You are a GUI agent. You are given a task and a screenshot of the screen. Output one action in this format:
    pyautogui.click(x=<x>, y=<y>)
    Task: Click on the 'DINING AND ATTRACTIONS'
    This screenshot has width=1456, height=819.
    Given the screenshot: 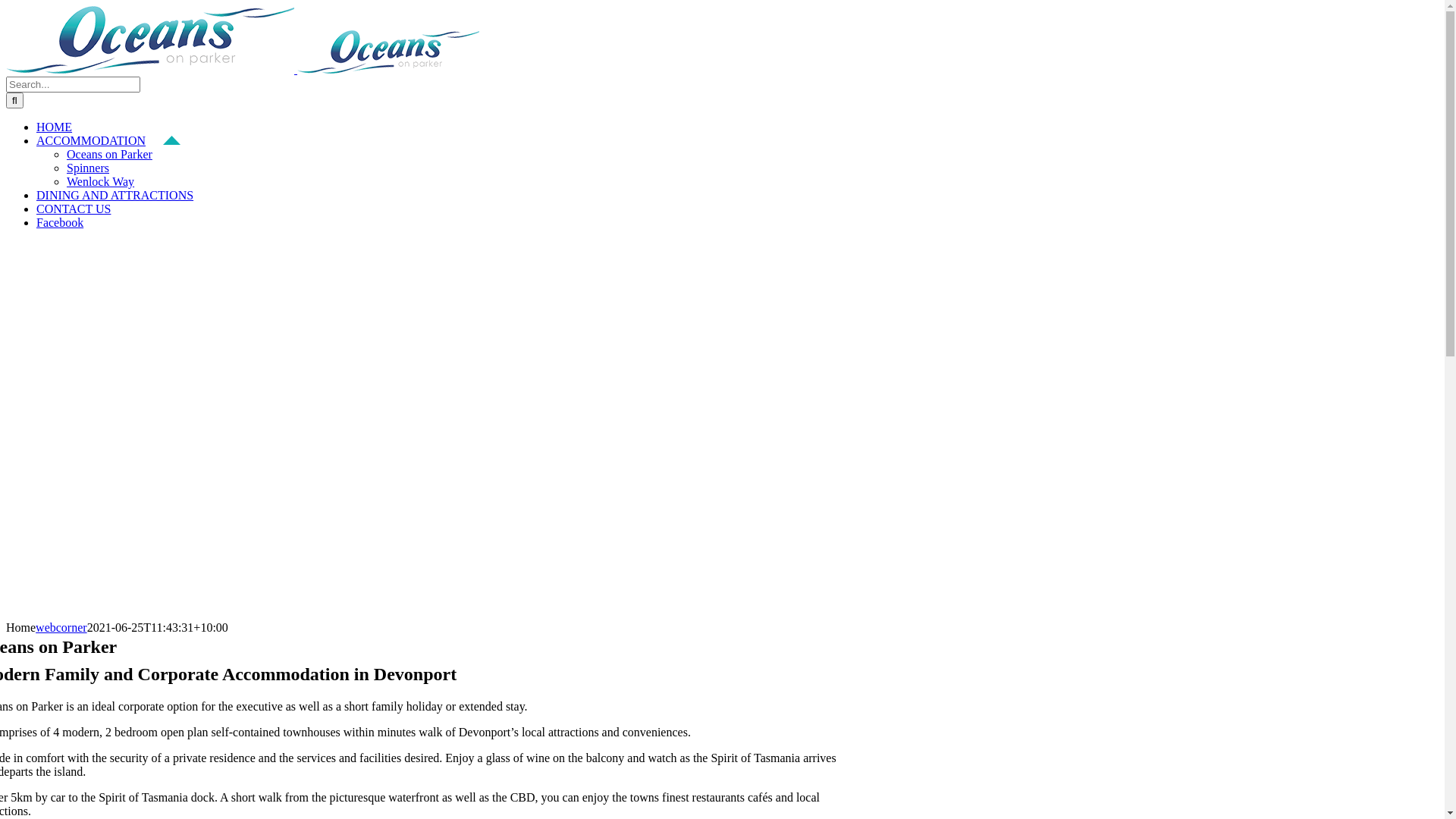 What is the action you would take?
    pyautogui.click(x=124, y=194)
    